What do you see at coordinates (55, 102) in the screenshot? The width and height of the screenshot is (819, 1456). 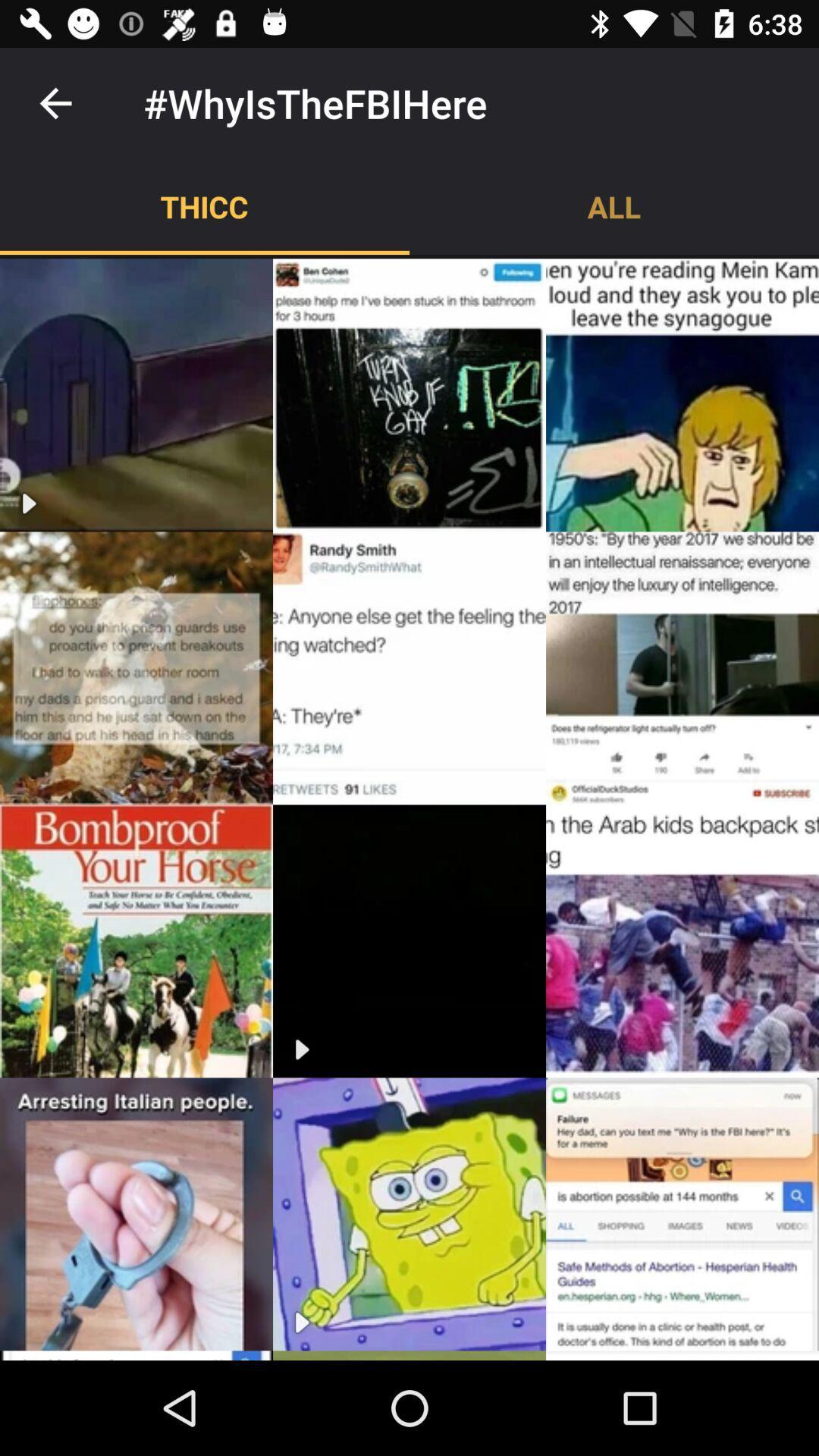 I see `item to the left of #whyisthefbihere` at bounding box center [55, 102].